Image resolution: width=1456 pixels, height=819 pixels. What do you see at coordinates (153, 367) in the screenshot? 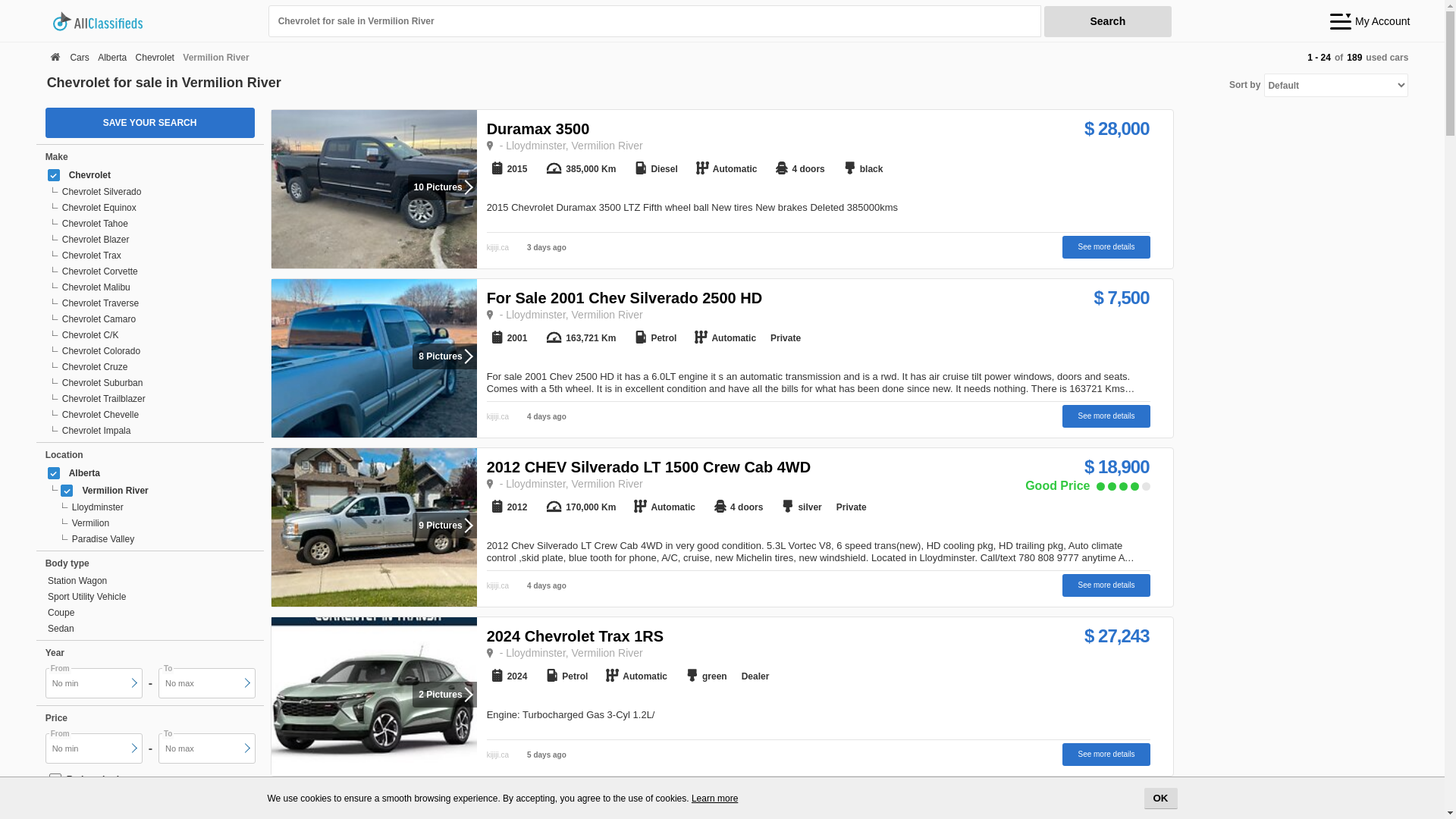
I see `'Chevrolet Cruze'` at bounding box center [153, 367].